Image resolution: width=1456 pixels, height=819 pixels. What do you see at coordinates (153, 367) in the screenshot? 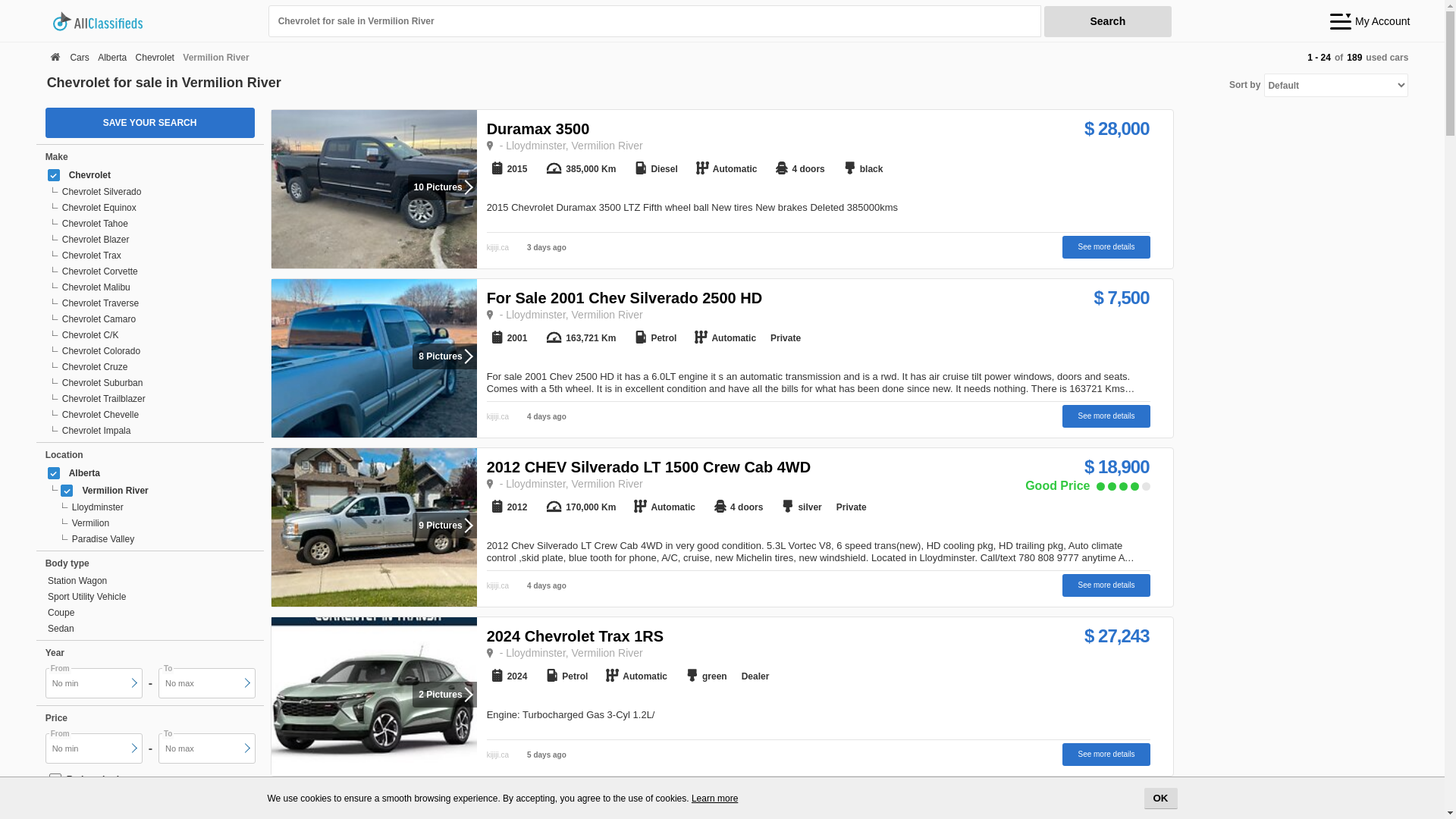
I see `'Chevrolet Cruze'` at bounding box center [153, 367].